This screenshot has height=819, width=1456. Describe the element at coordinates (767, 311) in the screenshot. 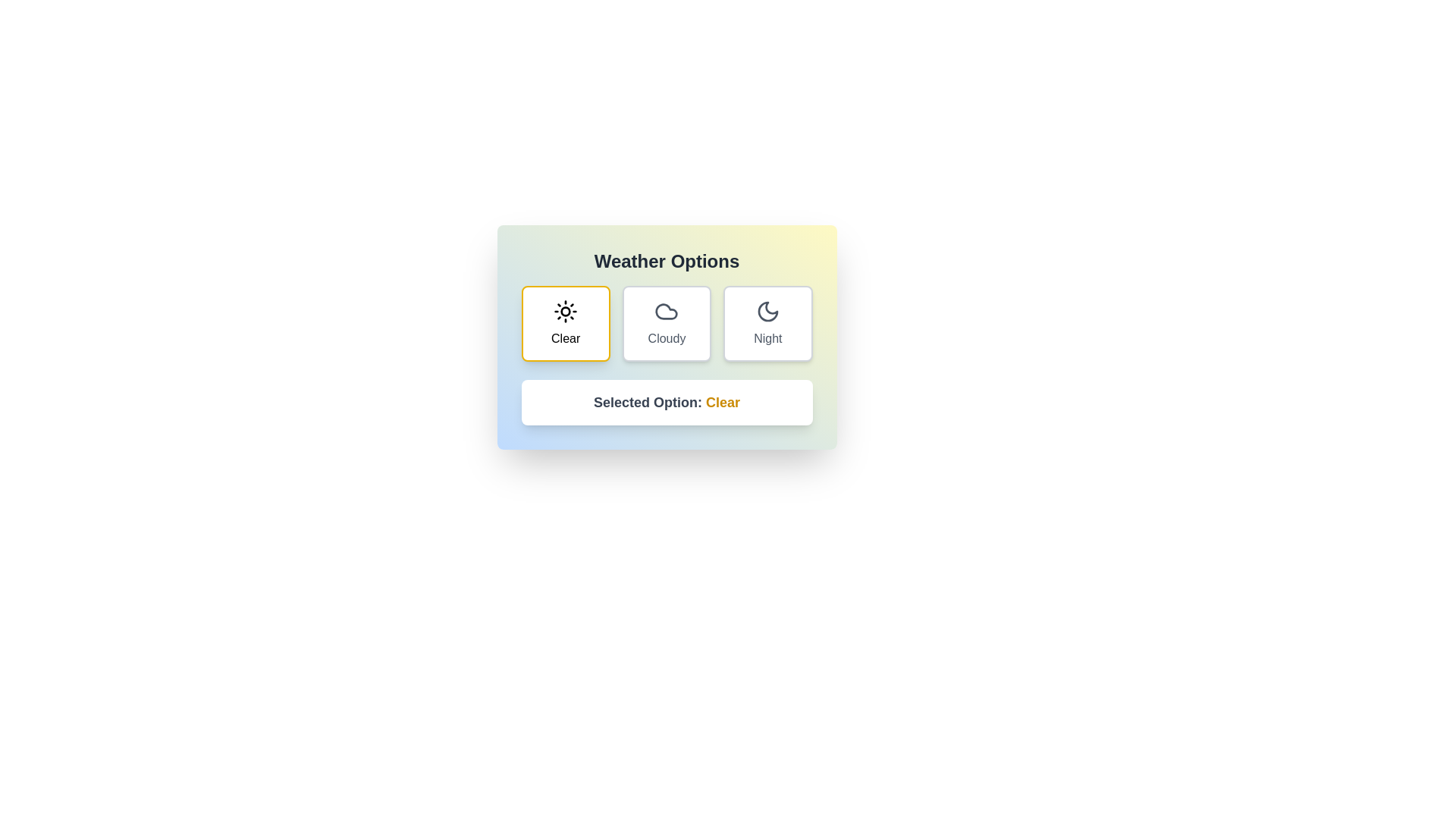

I see `the moon icon, which is a minimalist dark gray crescent design embedded within the 'Night' card, the third option in the weather options row` at that location.